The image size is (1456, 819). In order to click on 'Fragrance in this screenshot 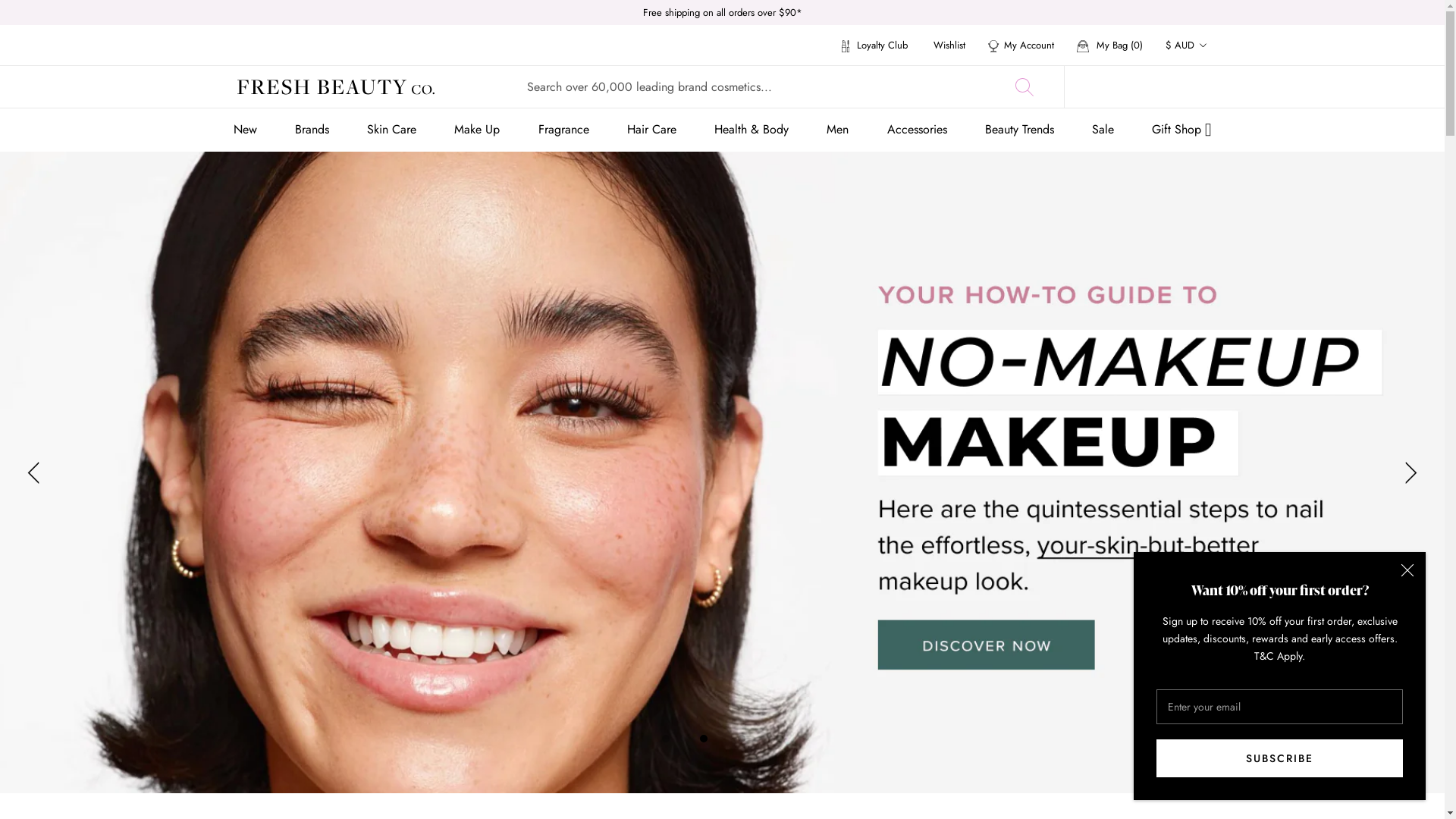, I will do `click(563, 128)`.